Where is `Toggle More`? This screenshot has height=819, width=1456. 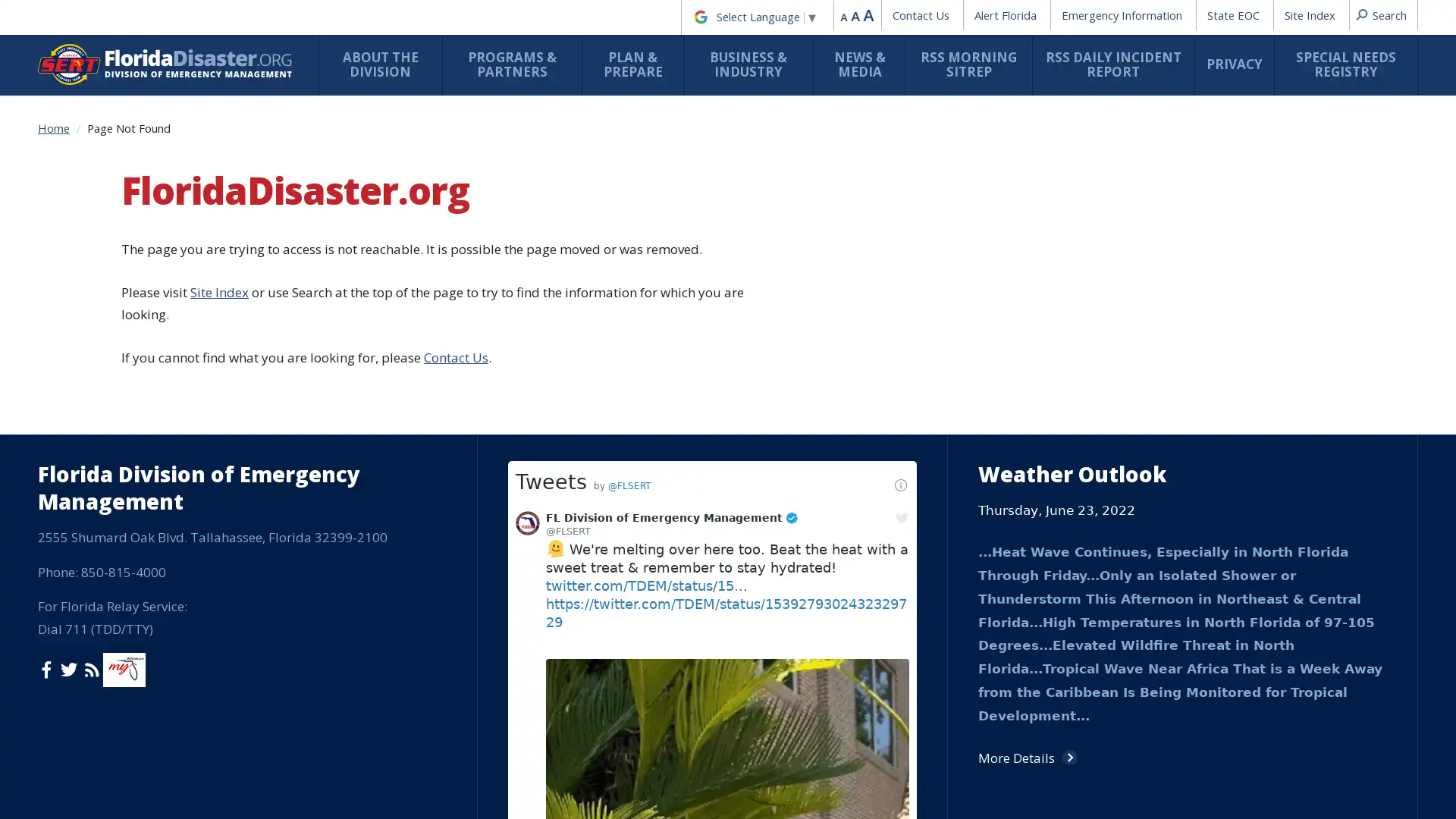 Toggle More is located at coordinates (607, 527).